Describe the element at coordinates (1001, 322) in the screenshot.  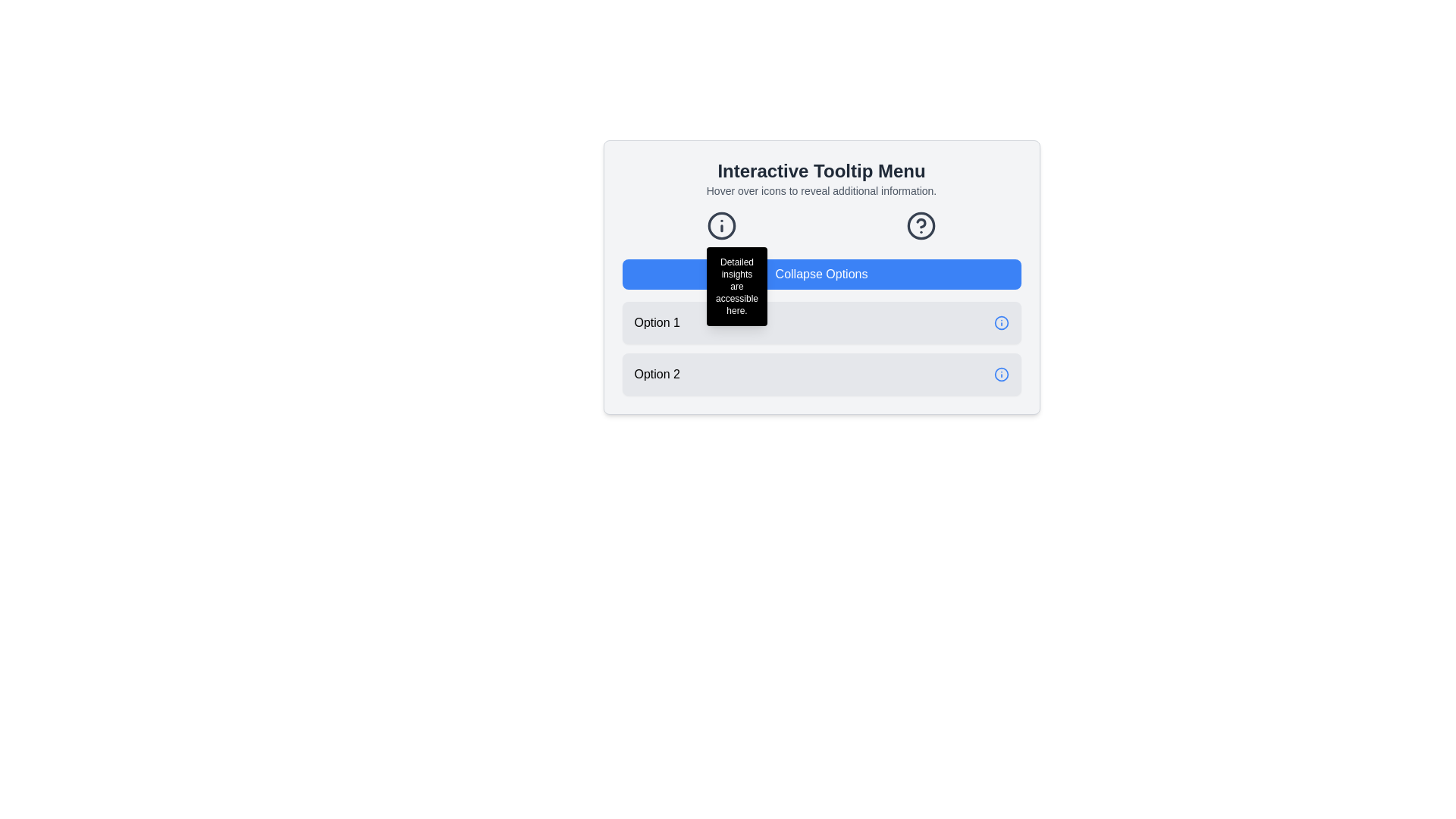
I see `the informational help icon located at the bottom-right corner of the interface below the second option` at that location.